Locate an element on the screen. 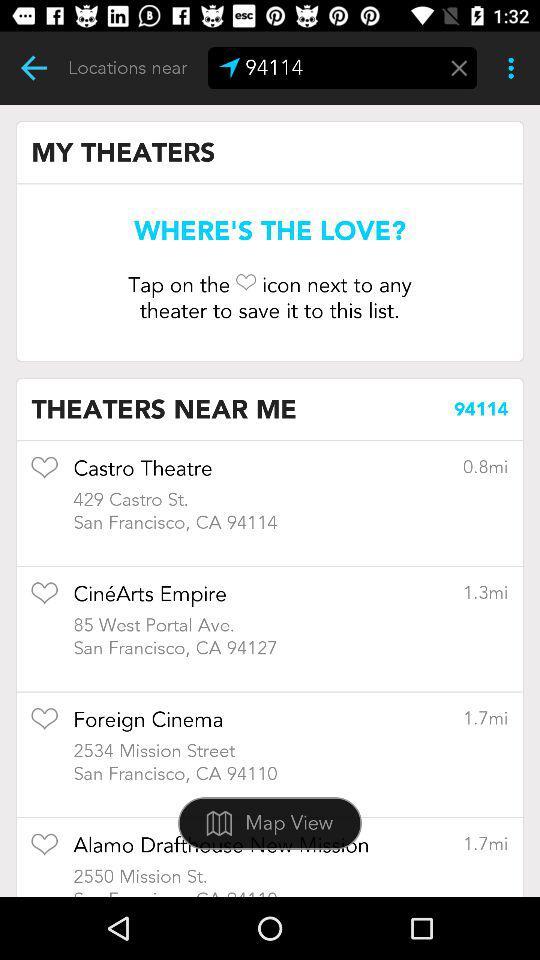 The height and width of the screenshot is (960, 540). like icon is located at coordinates (44, 600).